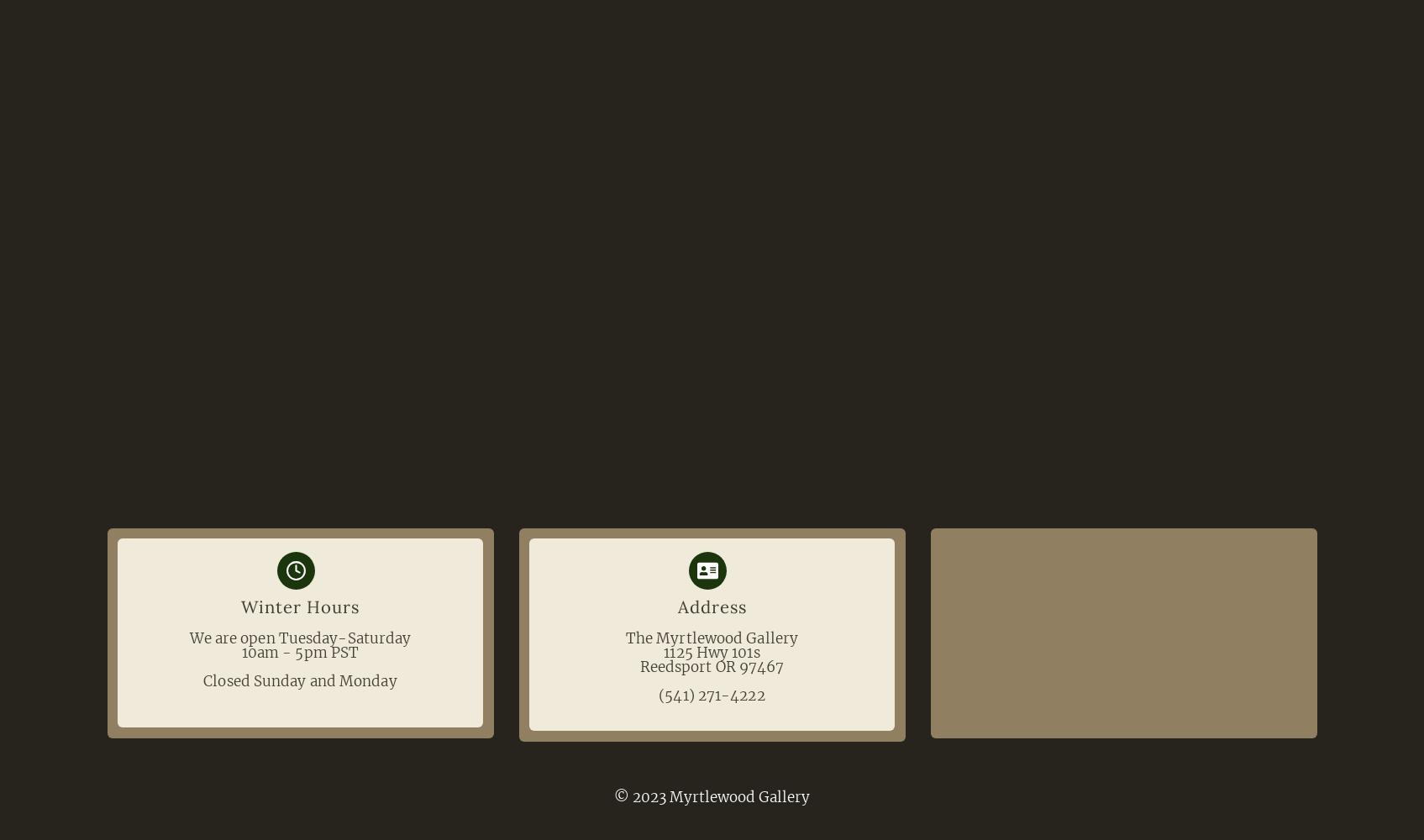 This screenshot has width=1424, height=840. What do you see at coordinates (711, 695) in the screenshot?
I see `'(541) 271-4222'` at bounding box center [711, 695].